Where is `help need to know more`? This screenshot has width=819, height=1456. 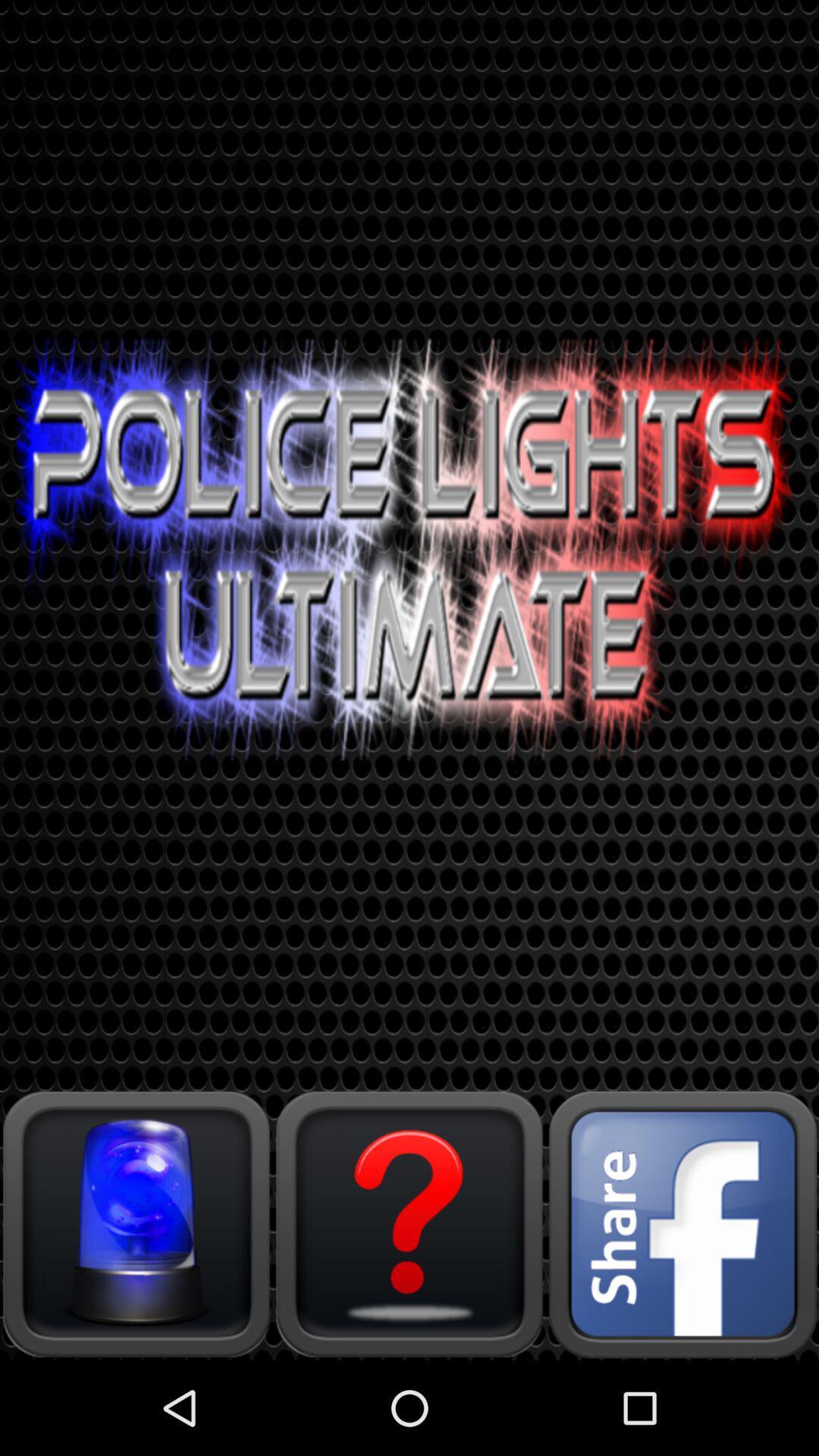 help need to know more is located at coordinates (409, 1223).